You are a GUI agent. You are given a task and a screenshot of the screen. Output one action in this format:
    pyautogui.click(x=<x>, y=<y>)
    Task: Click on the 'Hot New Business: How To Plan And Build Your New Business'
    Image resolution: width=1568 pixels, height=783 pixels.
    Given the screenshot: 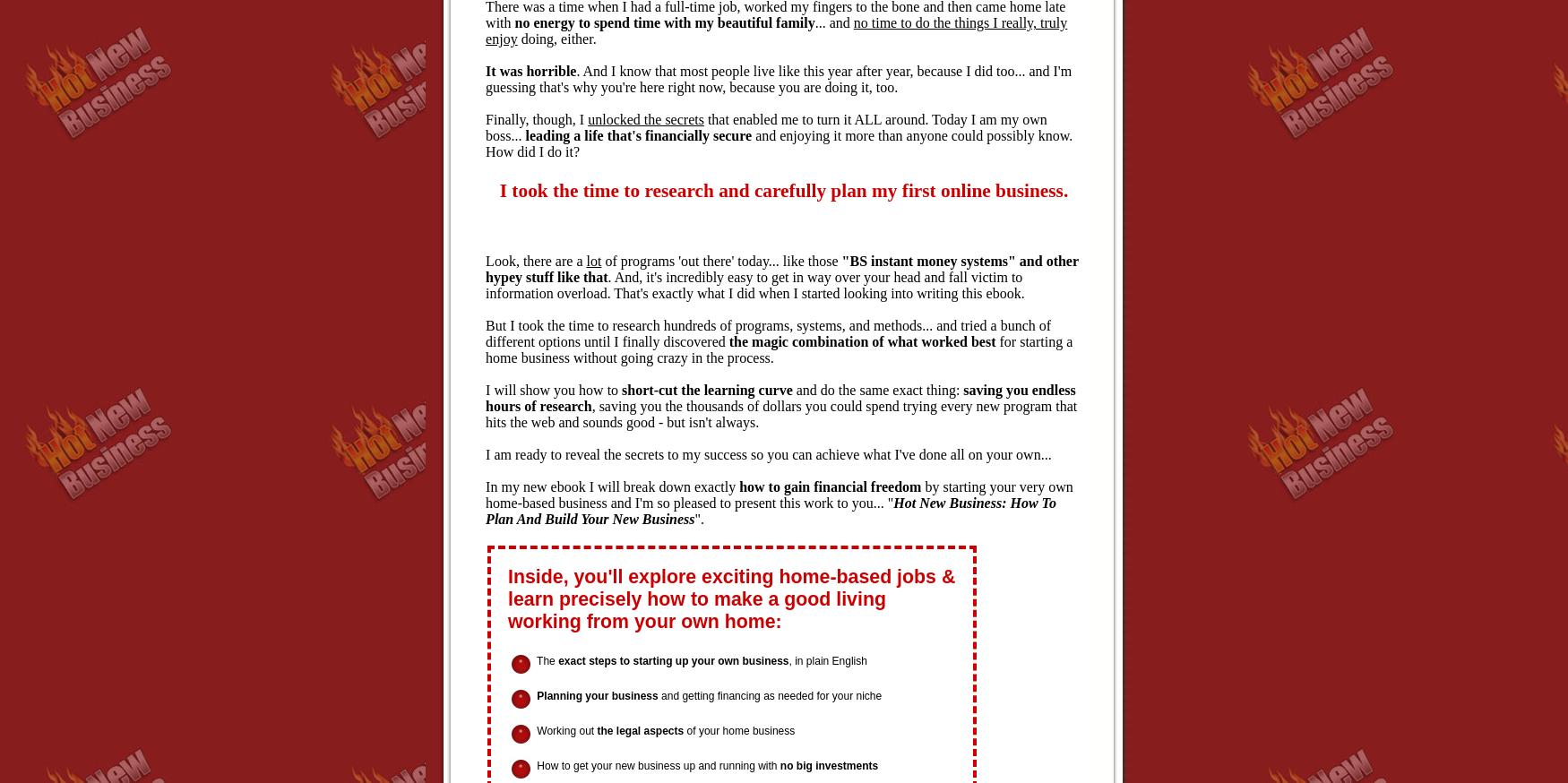 What is the action you would take?
    pyautogui.click(x=770, y=511)
    